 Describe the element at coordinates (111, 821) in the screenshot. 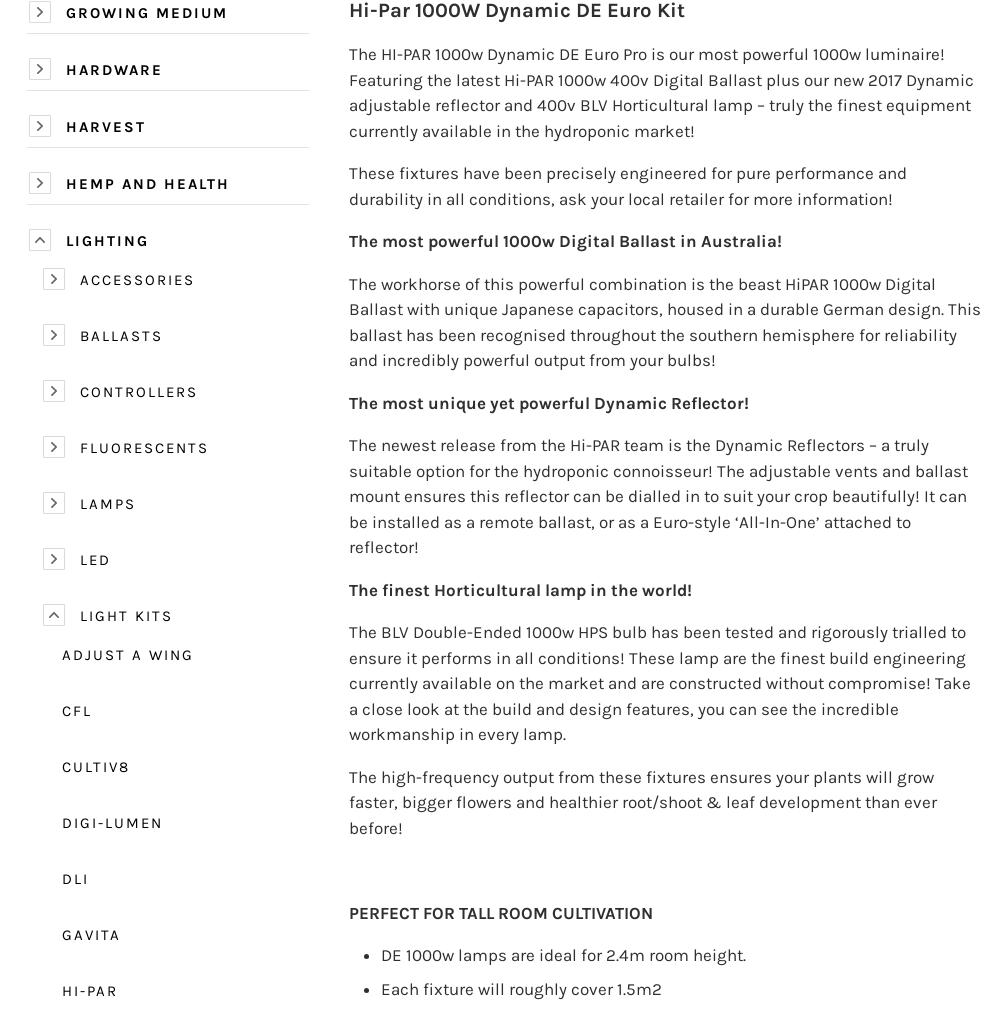

I see `'Digi-Lumen'` at that location.